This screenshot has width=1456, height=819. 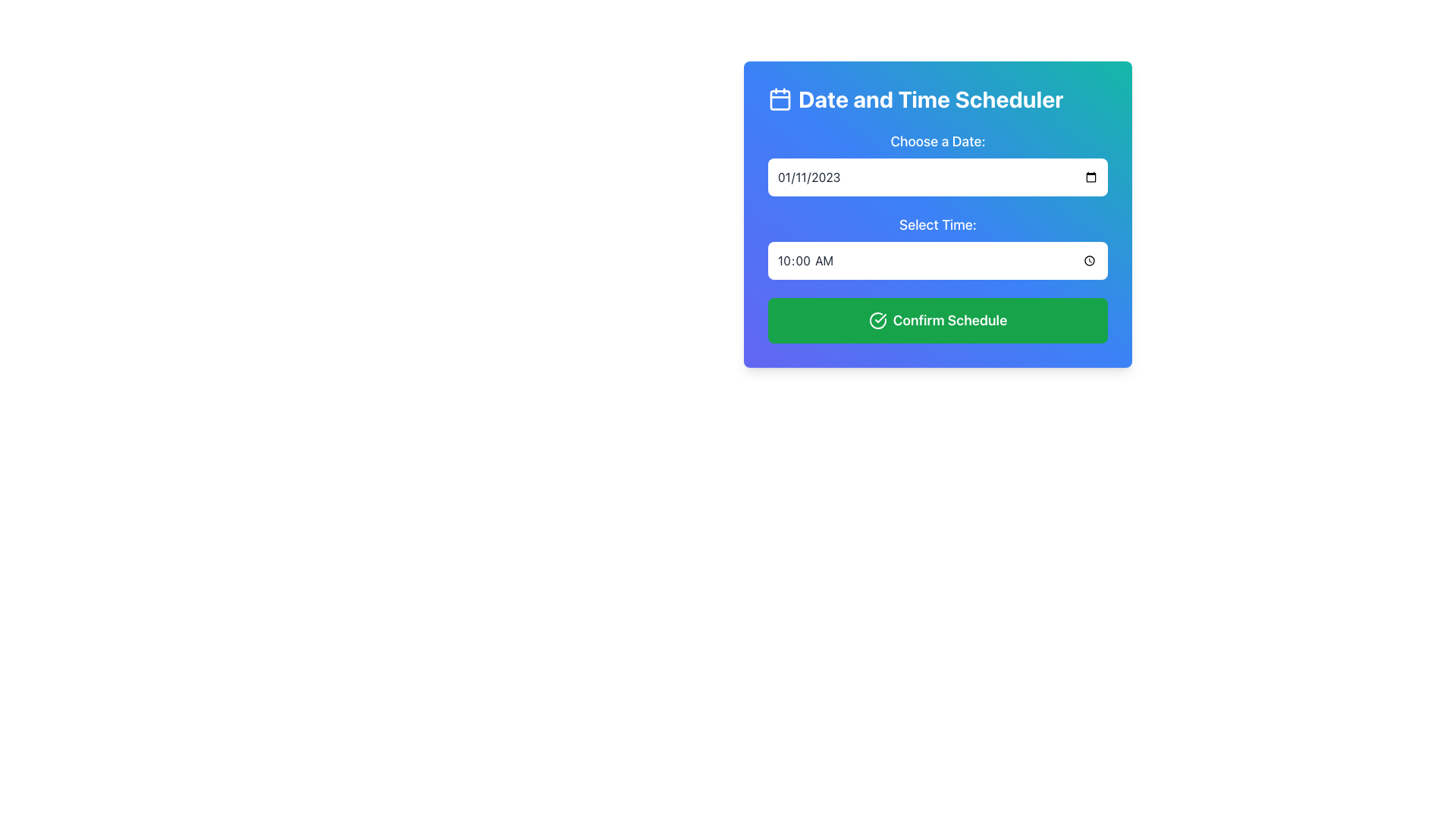 I want to click on the blue square calendar icon, which is the main body of the calendar icon located at the top-left corner of the 'Date and Time Scheduler' form header, so click(x=780, y=99).